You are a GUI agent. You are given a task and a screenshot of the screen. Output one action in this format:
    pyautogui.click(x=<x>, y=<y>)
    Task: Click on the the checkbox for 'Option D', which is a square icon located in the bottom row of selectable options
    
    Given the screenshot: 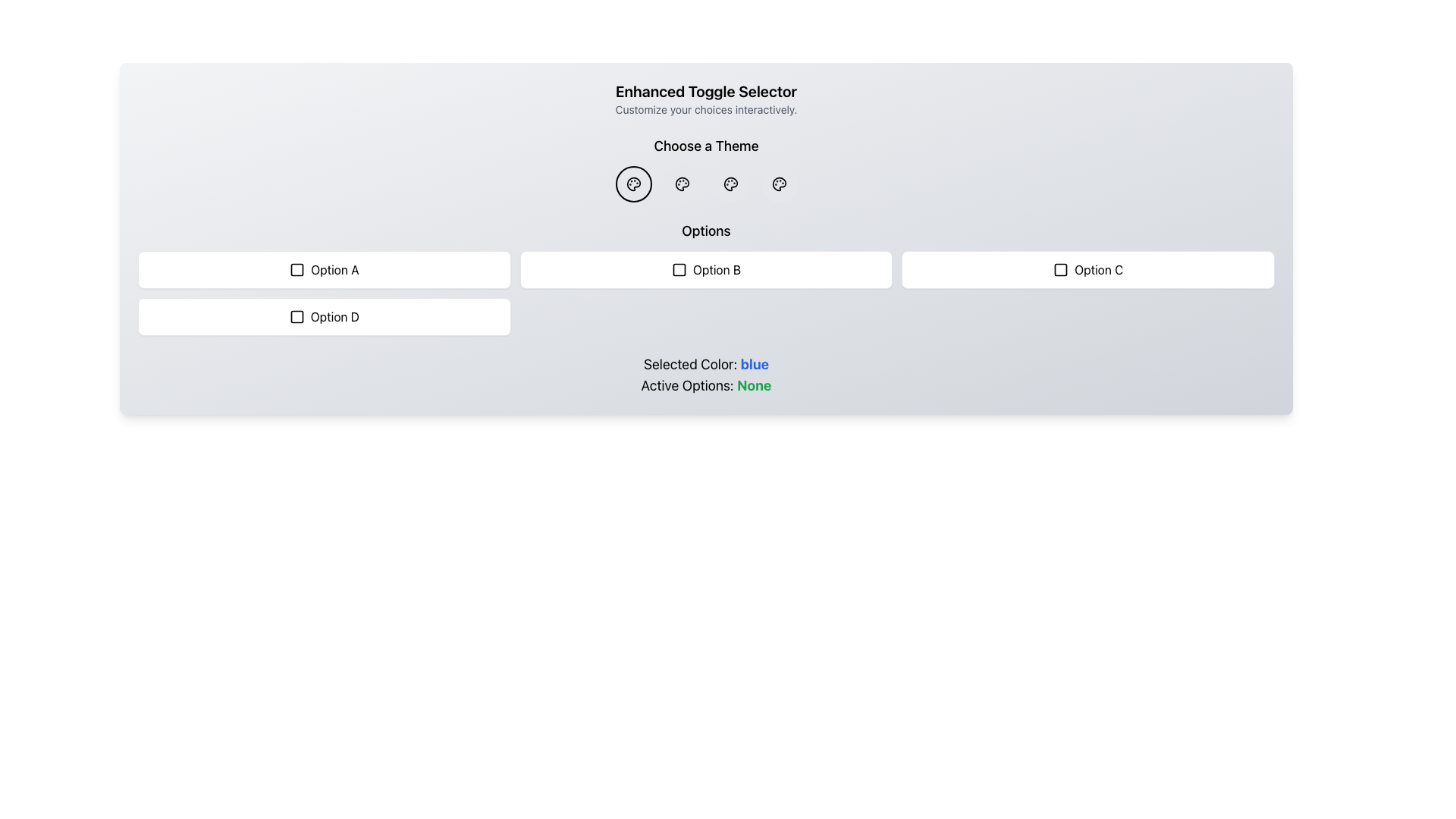 What is the action you would take?
    pyautogui.click(x=297, y=315)
    